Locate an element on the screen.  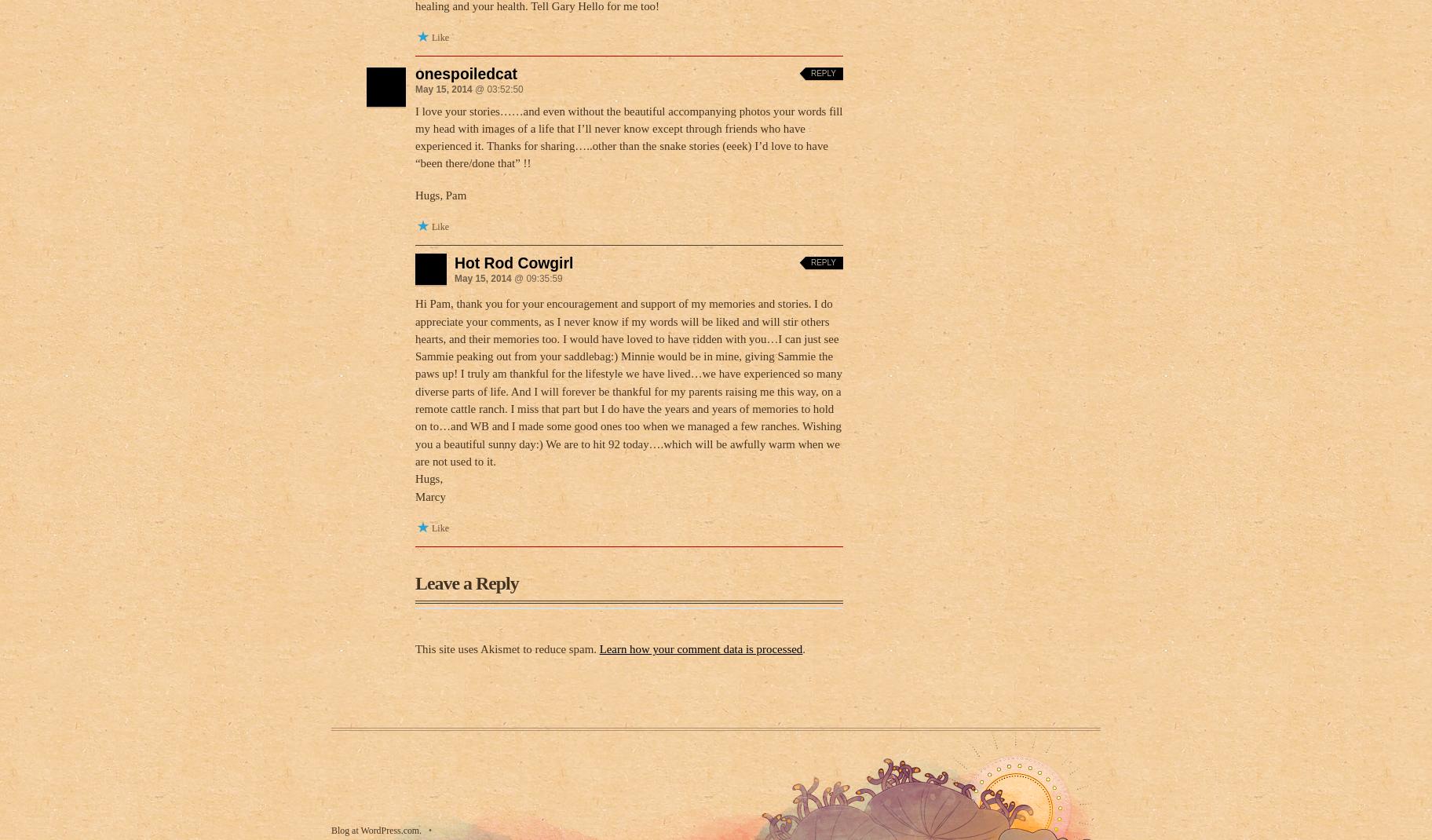
'Learn how your comment data is processed' is located at coordinates (700, 649).